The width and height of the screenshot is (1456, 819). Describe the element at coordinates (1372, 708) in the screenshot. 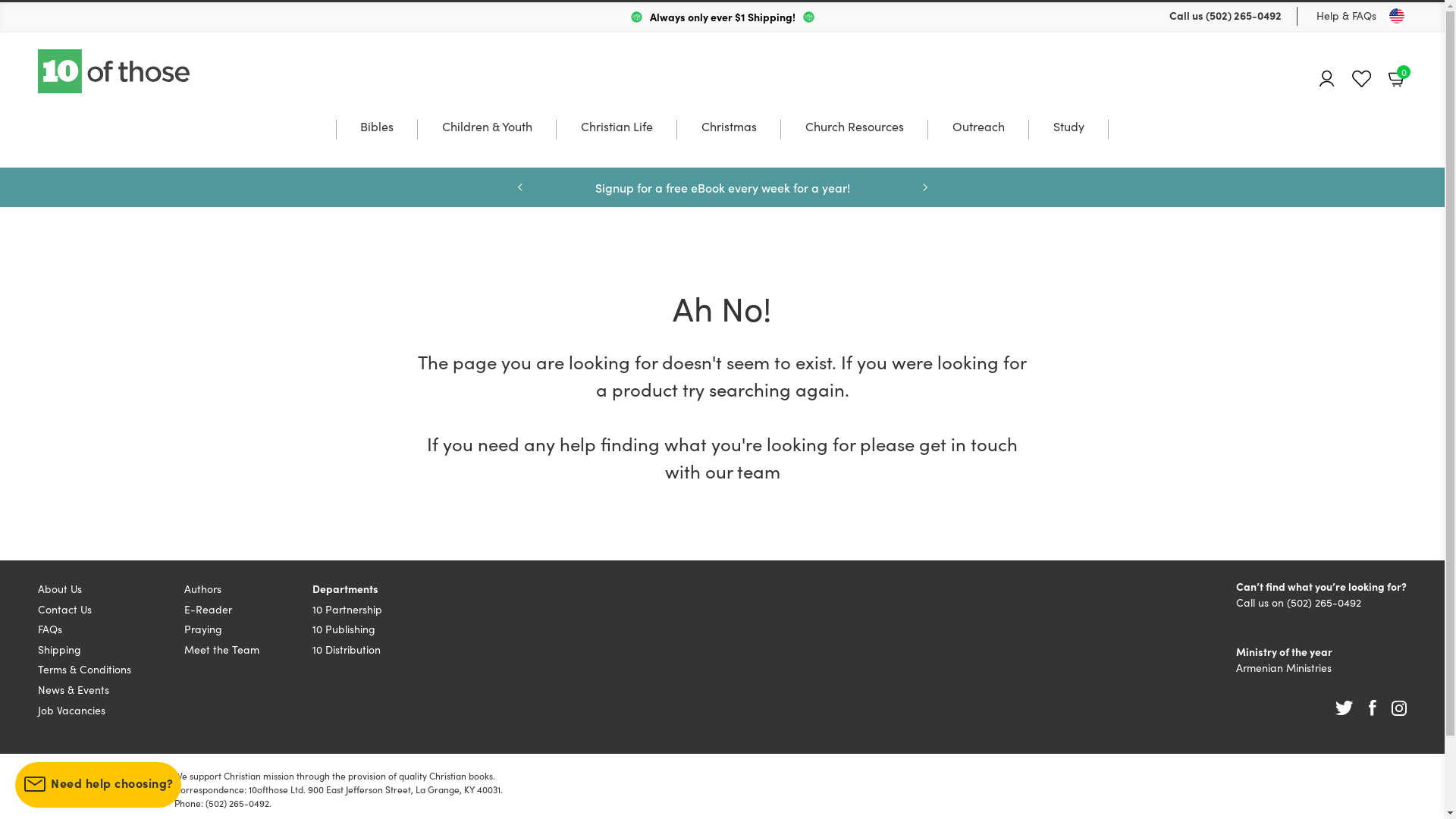

I see `'Facebook'` at that location.